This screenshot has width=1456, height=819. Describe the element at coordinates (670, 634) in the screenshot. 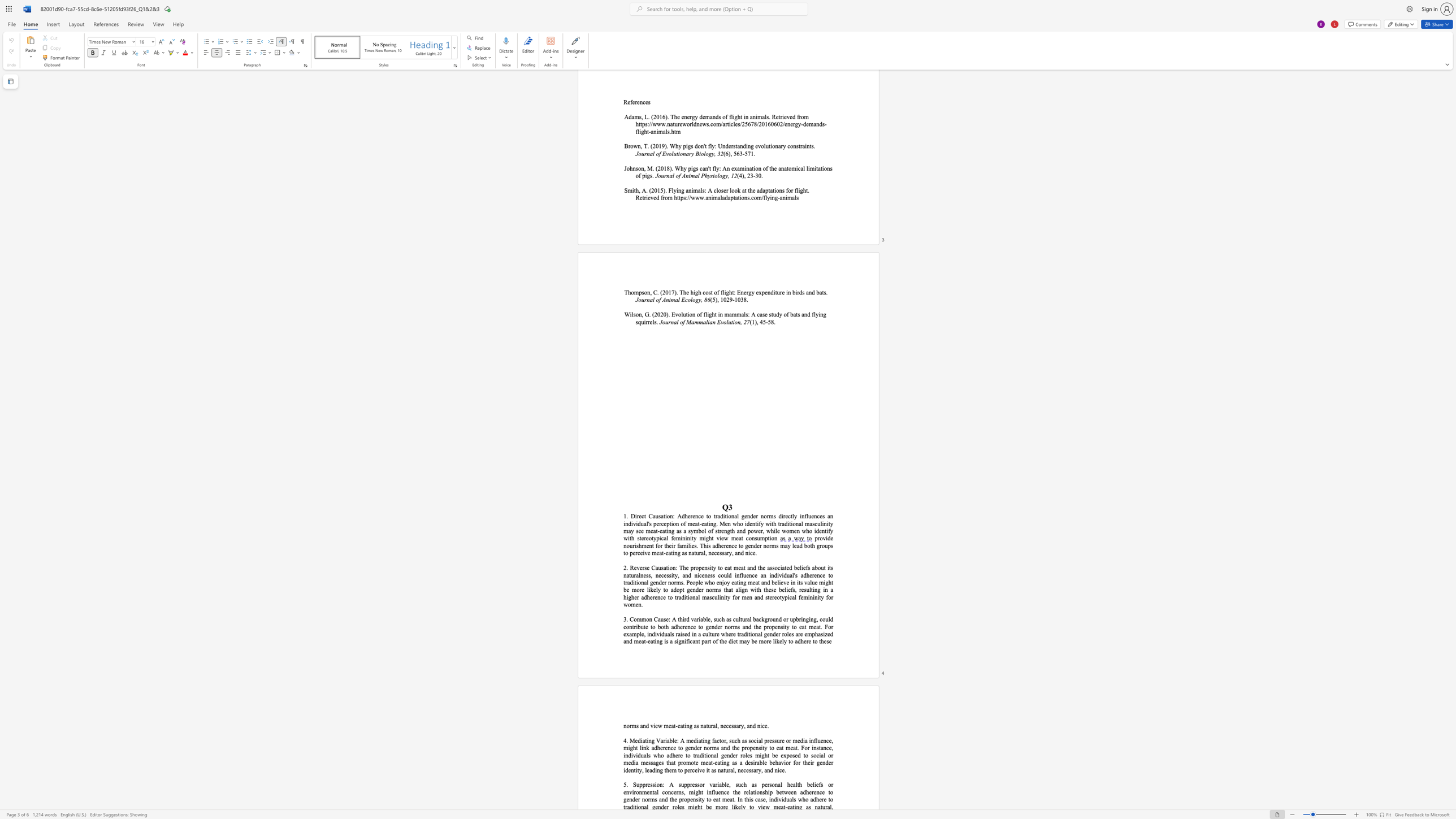

I see `the subset text "ls raised in a culture where traditional gender roles are em" within the text "e: A third variable, such as cultural background or upbringing, could contribute to both adherence to gender norms and the propensity to eat meat. For example, individuals raised in a culture where traditional gender roles are emphasized and meat-eating is"` at that location.